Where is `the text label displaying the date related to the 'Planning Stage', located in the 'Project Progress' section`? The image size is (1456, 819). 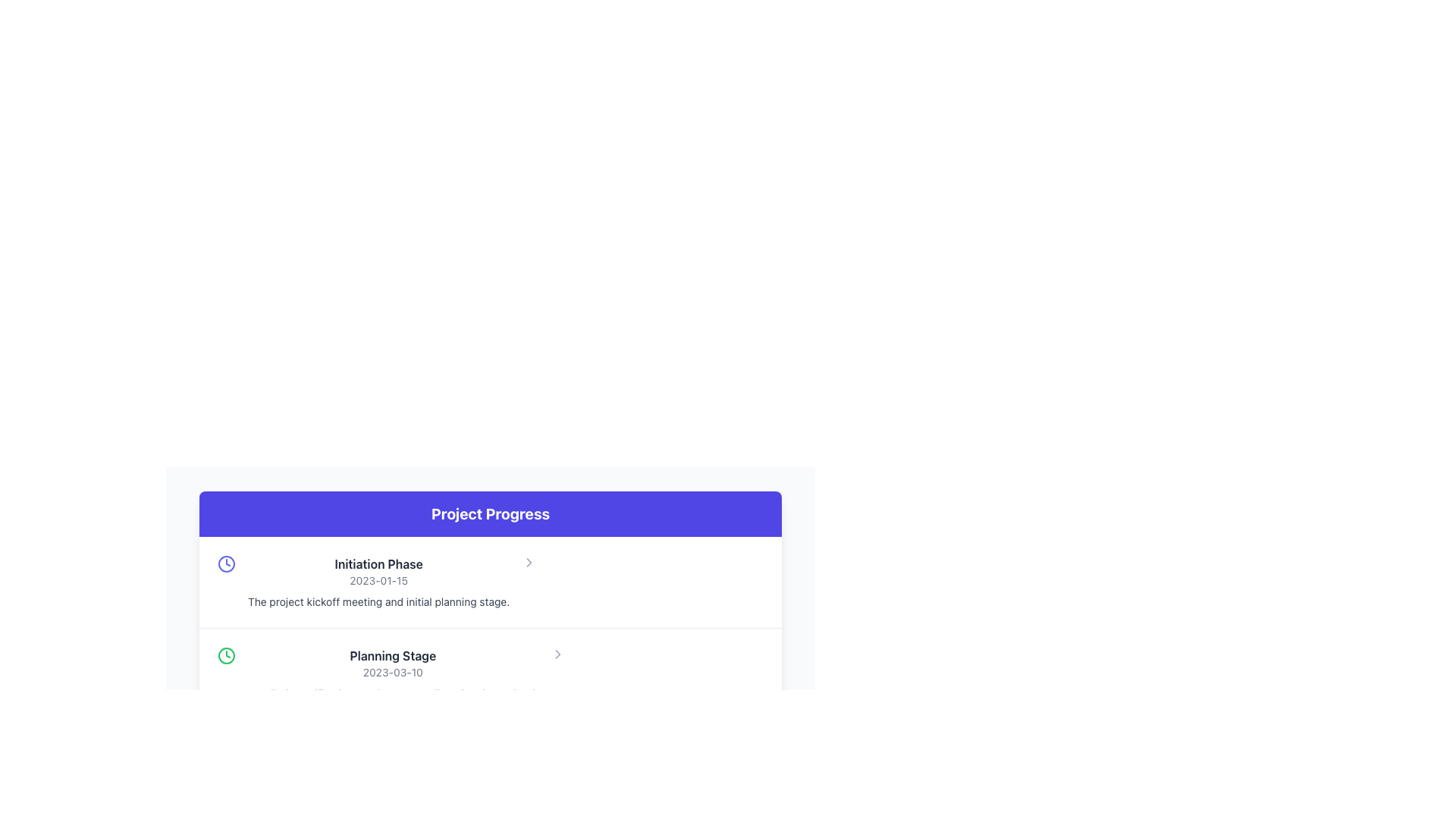
the text label displaying the date related to the 'Planning Stage', located in the 'Project Progress' section is located at coordinates (393, 672).